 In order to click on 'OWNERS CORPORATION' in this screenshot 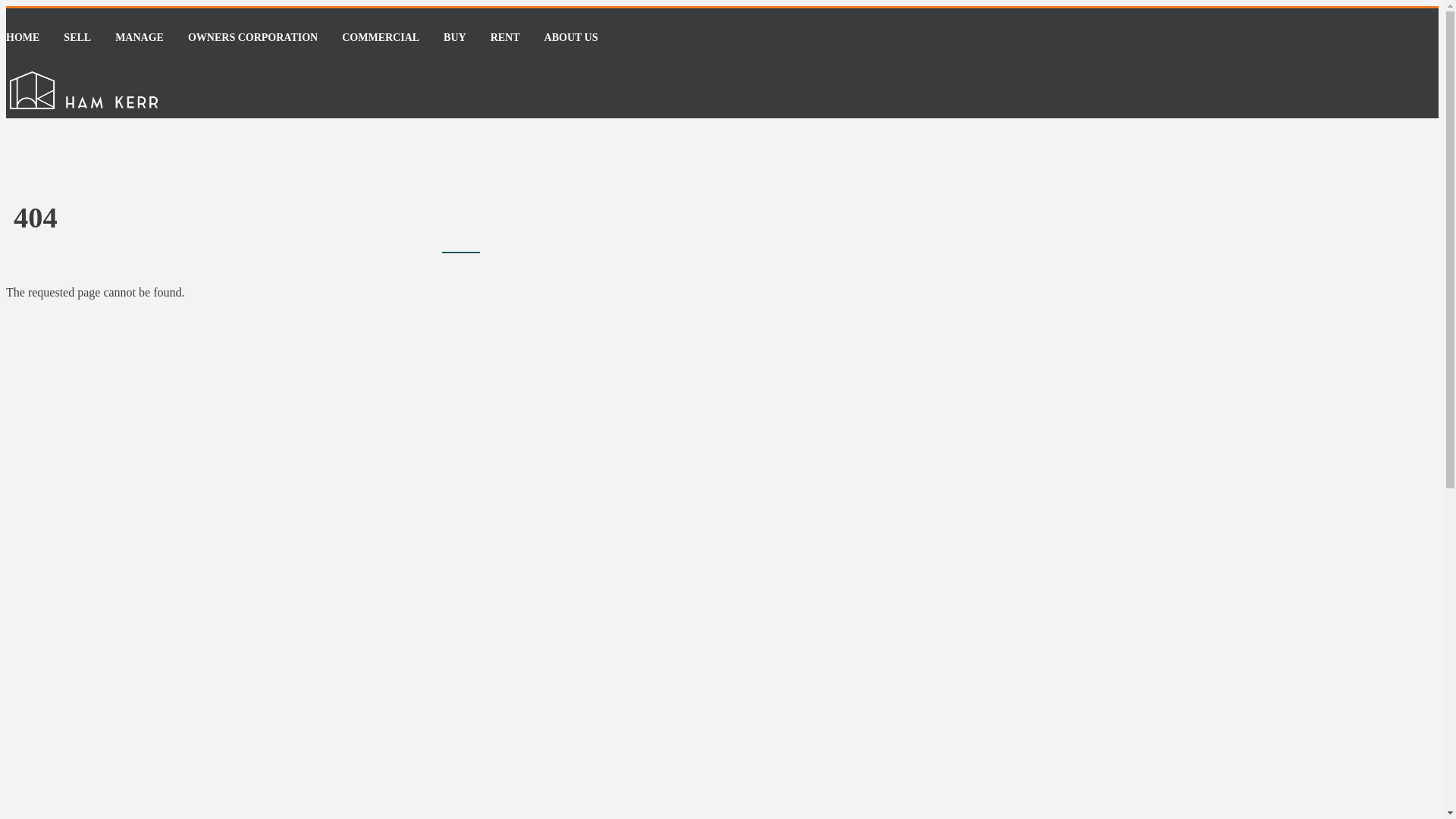, I will do `click(187, 37)`.